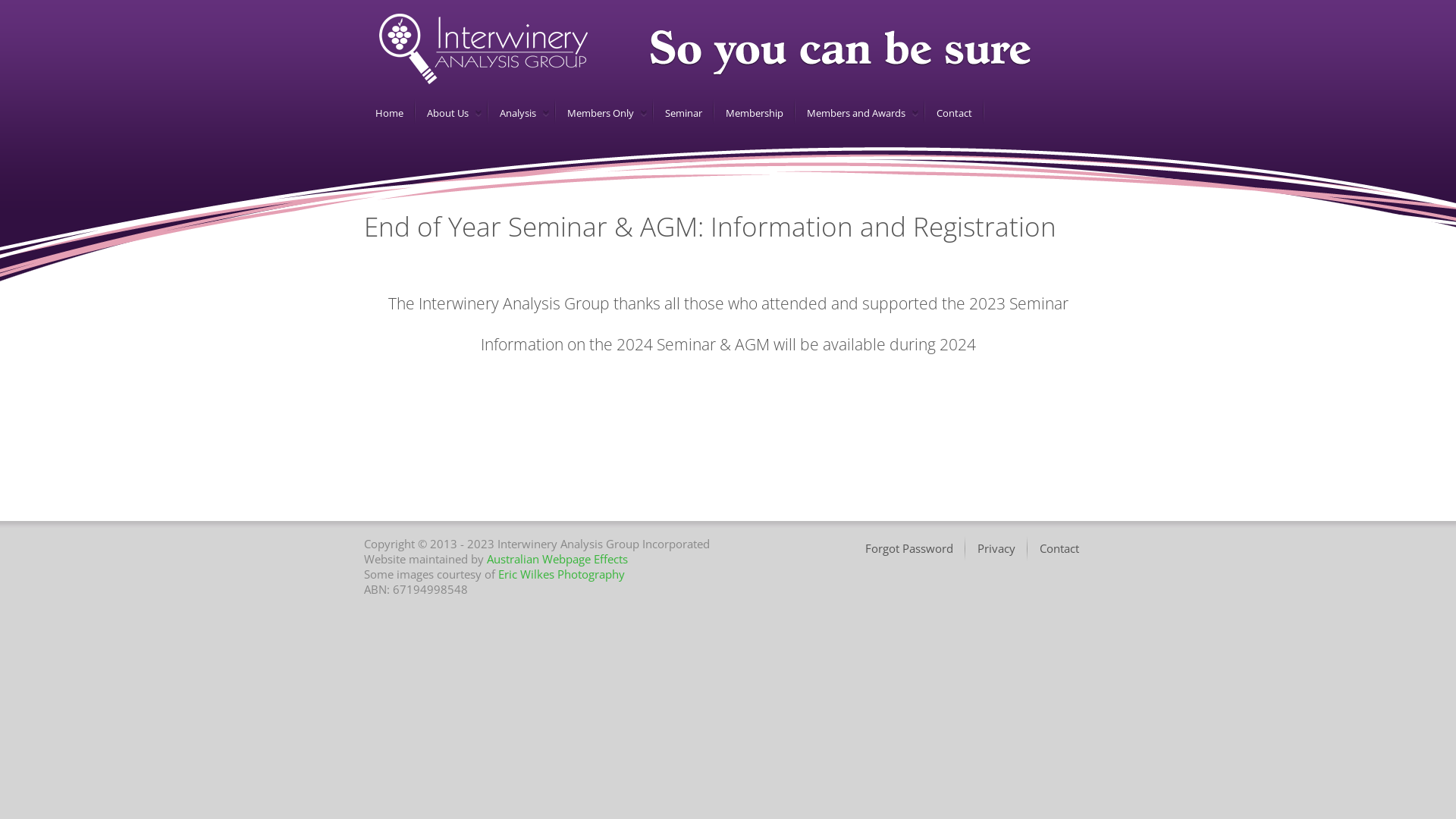 The height and width of the screenshot is (819, 1456). Describe the element at coordinates (487, 558) in the screenshot. I see `'Australian Webpage Effects'` at that location.